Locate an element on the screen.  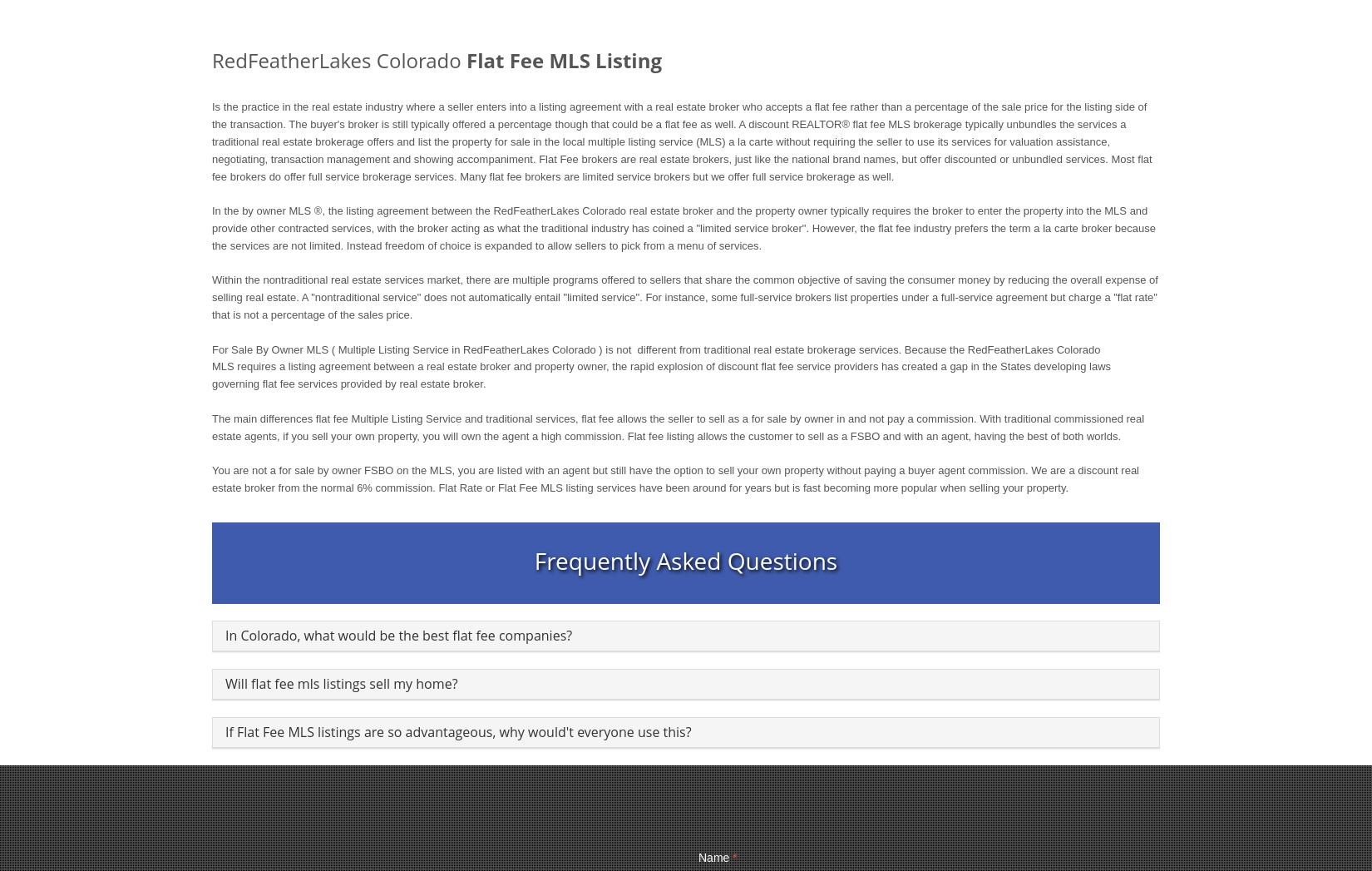
'If Flat Fee MLS listings are so advantageous, why would't everyone use this?' is located at coordinates (457, 730).